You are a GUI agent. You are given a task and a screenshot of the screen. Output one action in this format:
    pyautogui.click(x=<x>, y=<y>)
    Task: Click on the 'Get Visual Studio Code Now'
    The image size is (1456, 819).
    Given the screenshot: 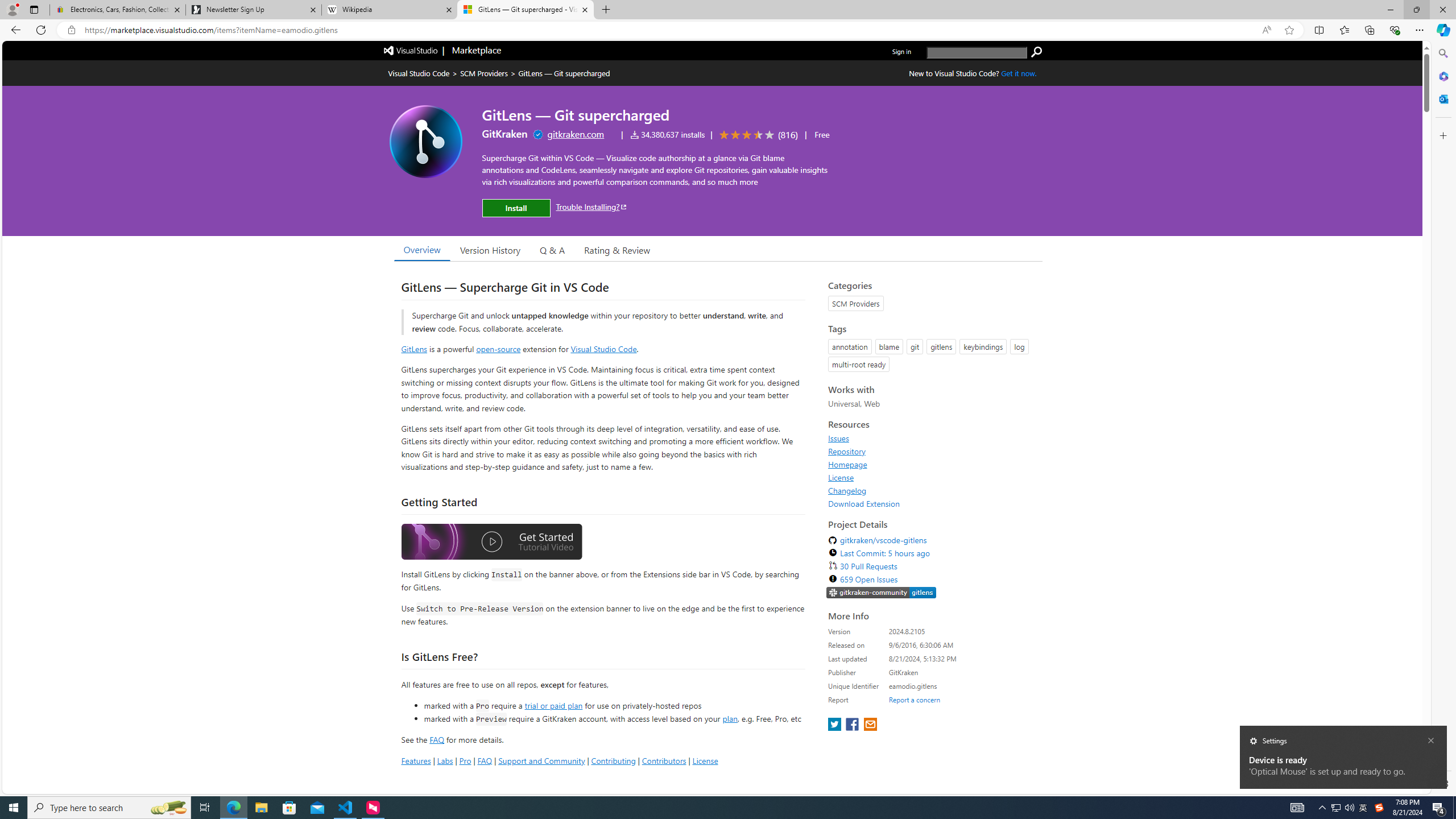 What is the action you would take?
    pyautogui.click(x=1019, y=72)
    